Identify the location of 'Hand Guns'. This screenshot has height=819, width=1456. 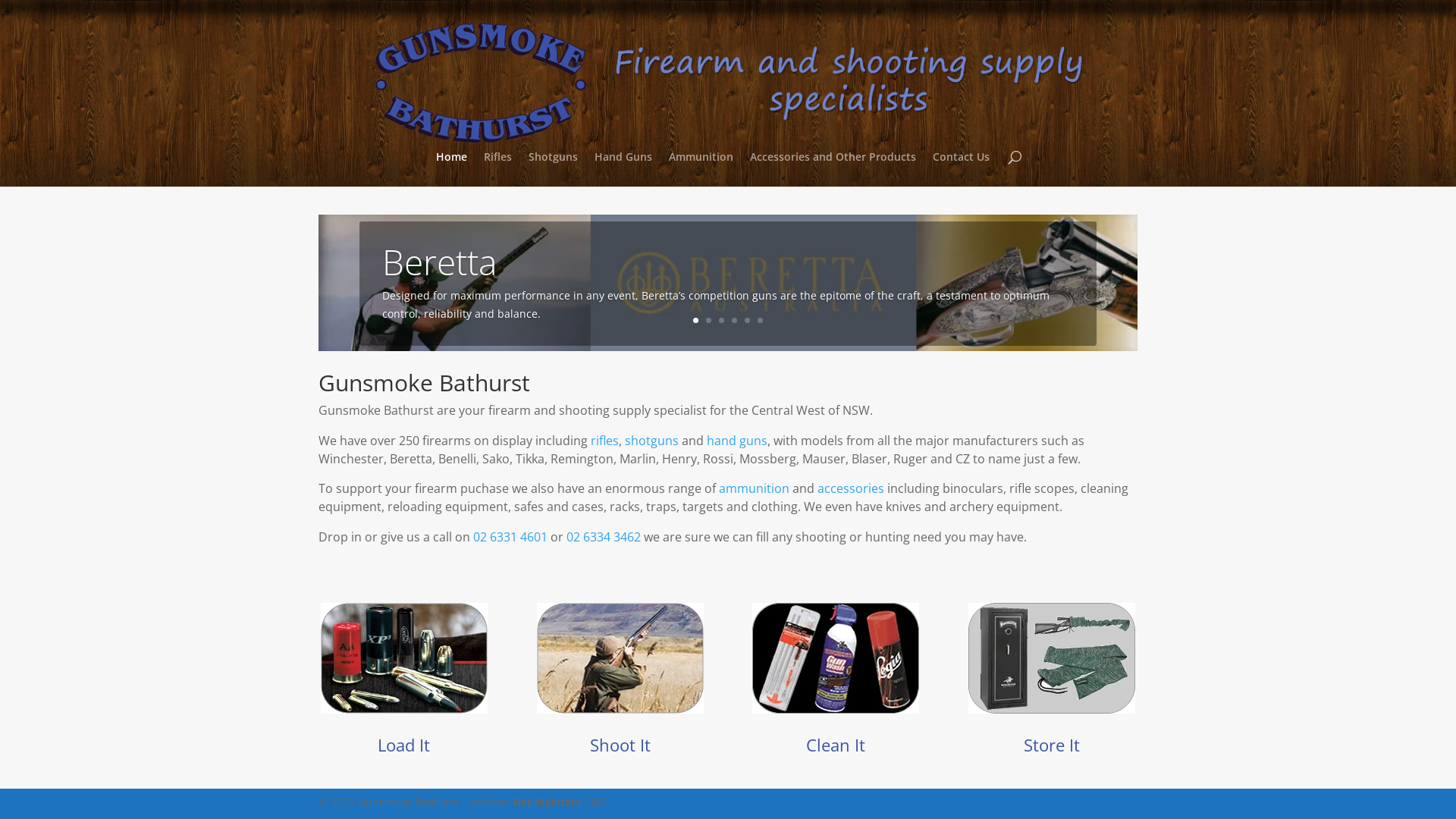
(623, 169).